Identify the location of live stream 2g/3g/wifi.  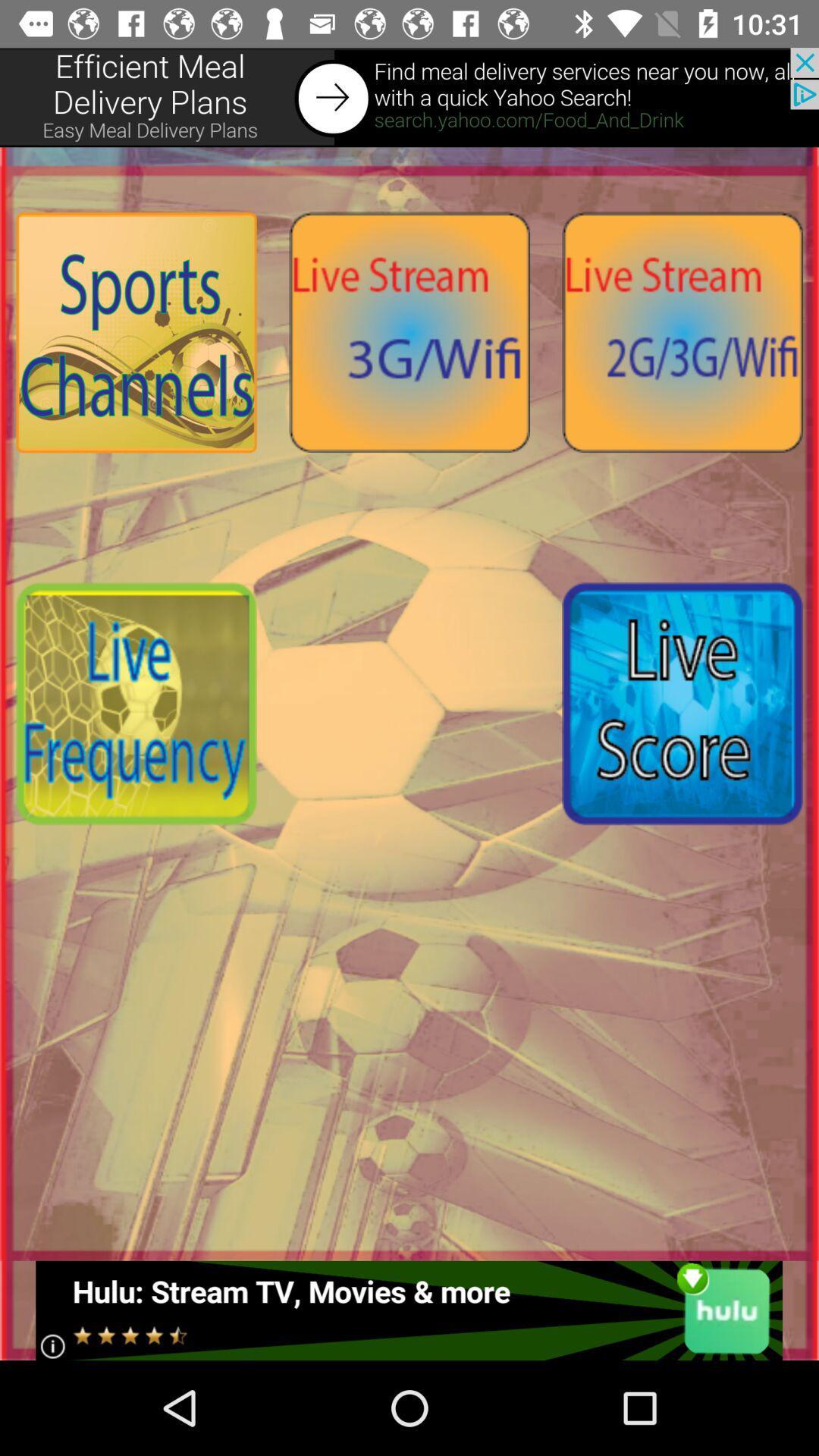
(681, 331).